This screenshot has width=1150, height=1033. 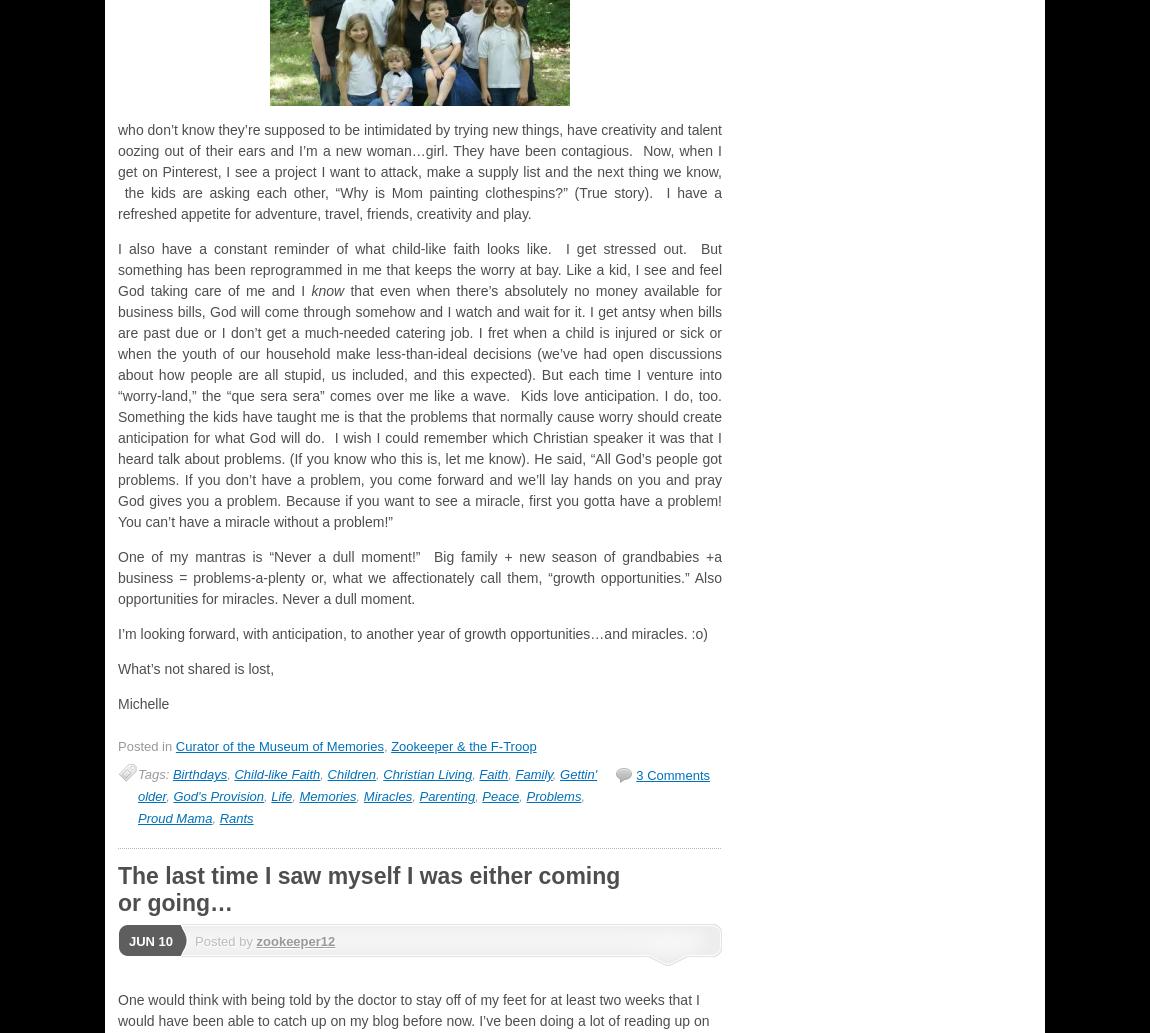 What do you see at coordinates (149, 939) in the screenshot?
I see `'Jun 10'` at bounding box center [149, 939].